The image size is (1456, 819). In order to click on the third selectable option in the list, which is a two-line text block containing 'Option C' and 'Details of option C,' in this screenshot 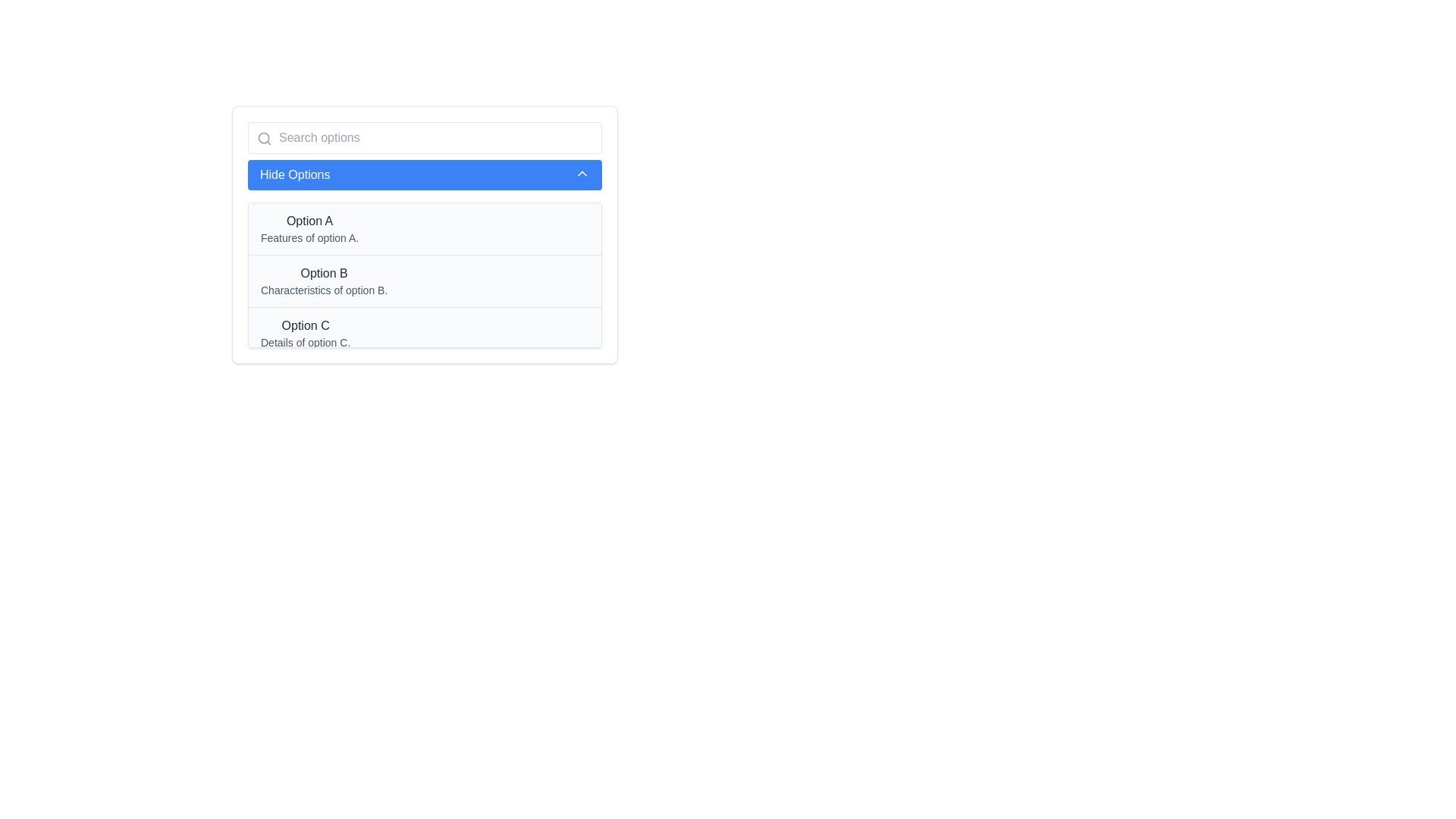, I will do `click(305, 332)`.